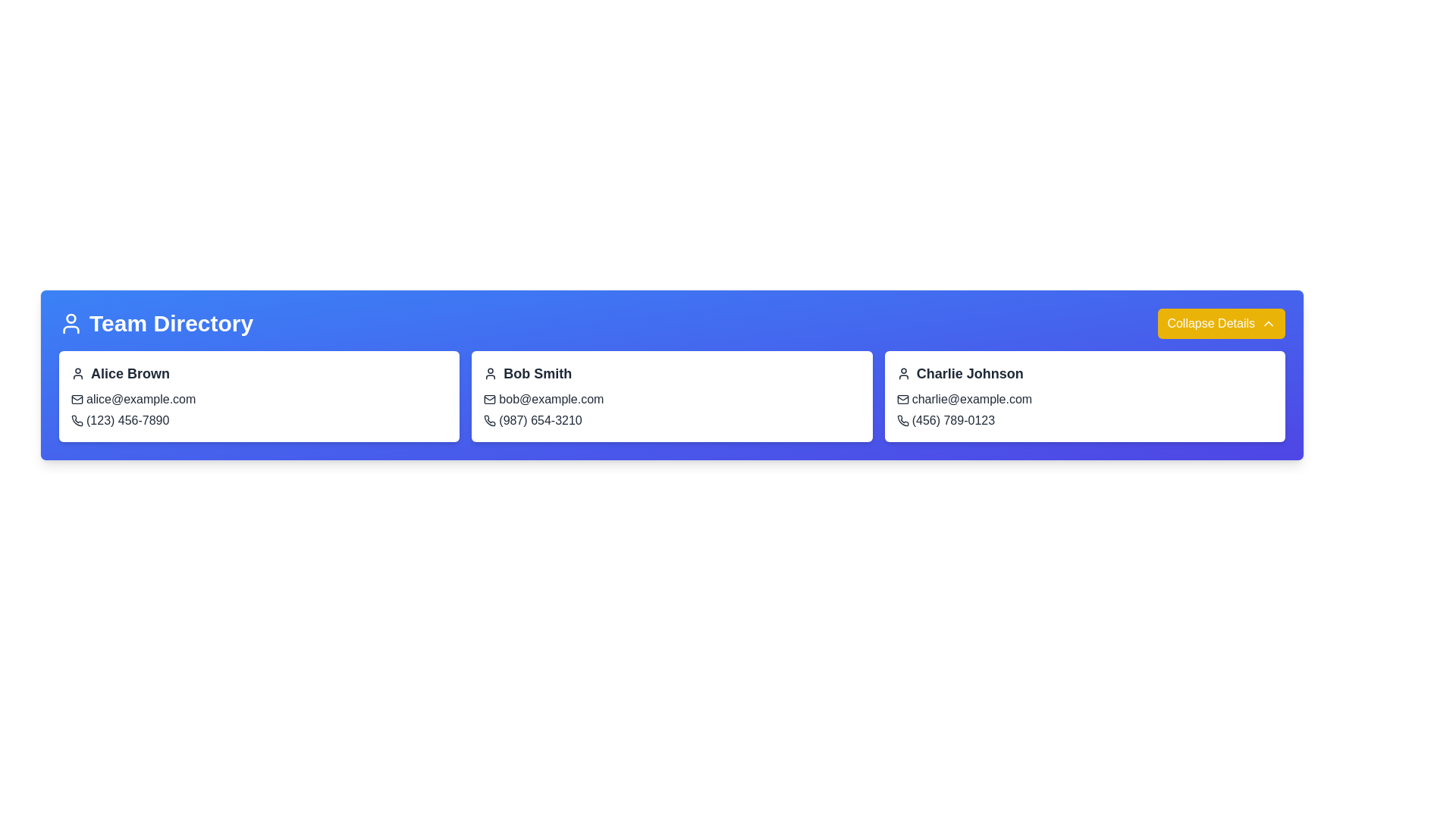 Image resolution: width=1456 pixels, height=819 pixels. What do you see at coordinates (491, 374) in the screenshot?
I see `the user icon representing 'Bob Smith' in the directory layout` at bounding box center [491, 374].